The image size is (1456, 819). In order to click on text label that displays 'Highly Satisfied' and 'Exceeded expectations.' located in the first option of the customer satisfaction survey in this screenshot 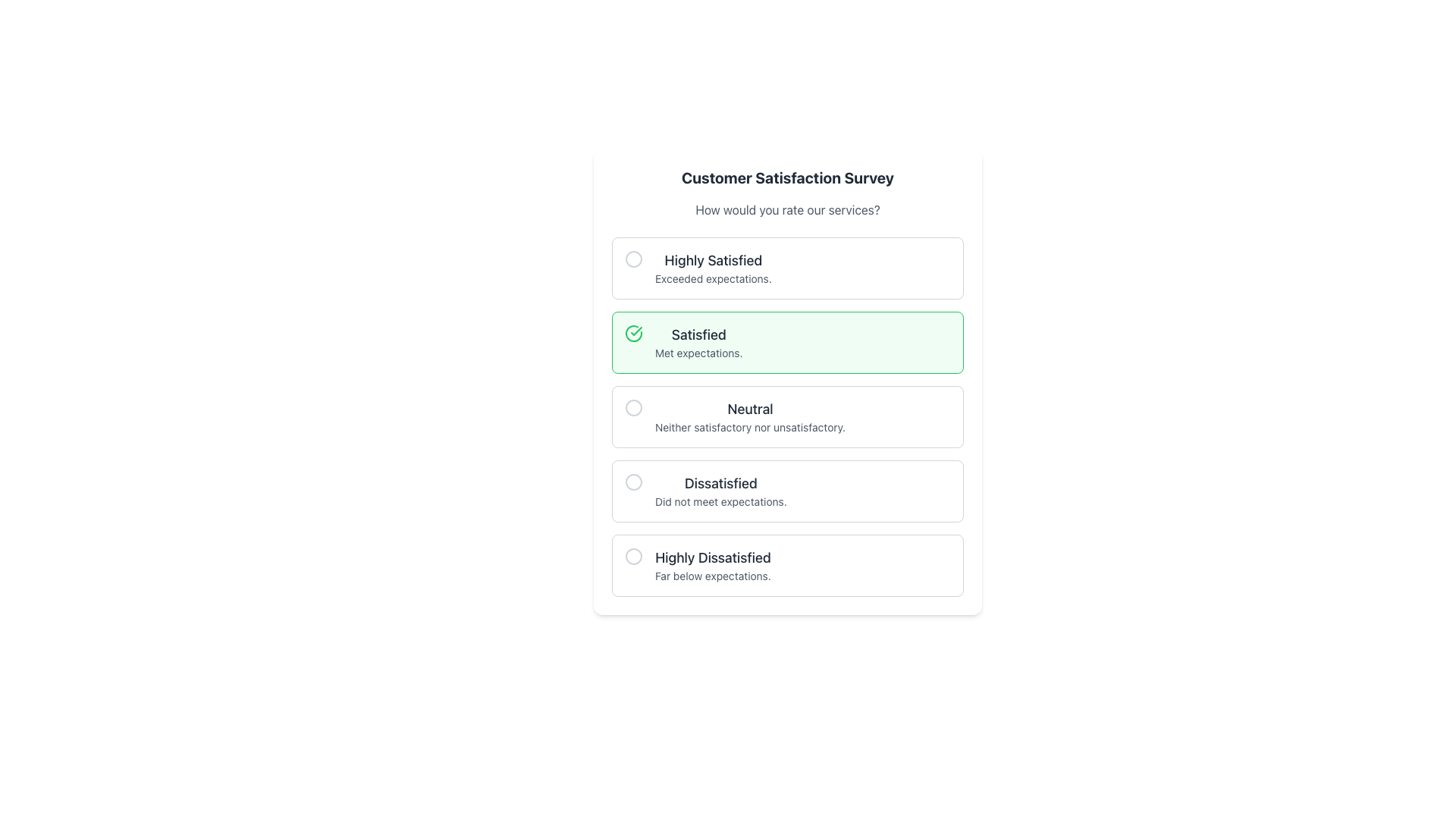, I will do `click(712, 268)`.